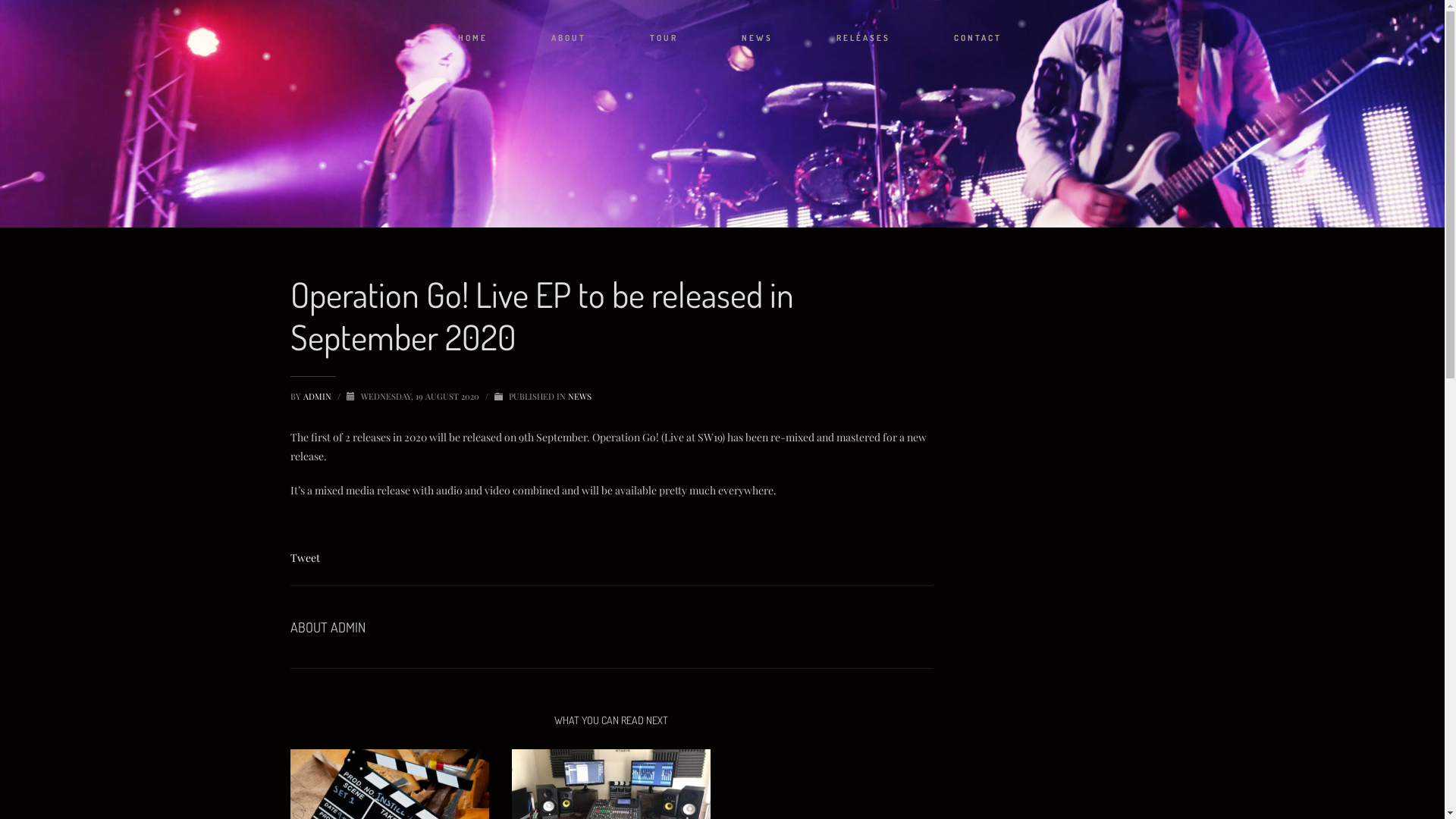  What do you see at coordinates (977, 37) in the screenshot?
I see `'CONTACT'` at bounding box center [977, 37].